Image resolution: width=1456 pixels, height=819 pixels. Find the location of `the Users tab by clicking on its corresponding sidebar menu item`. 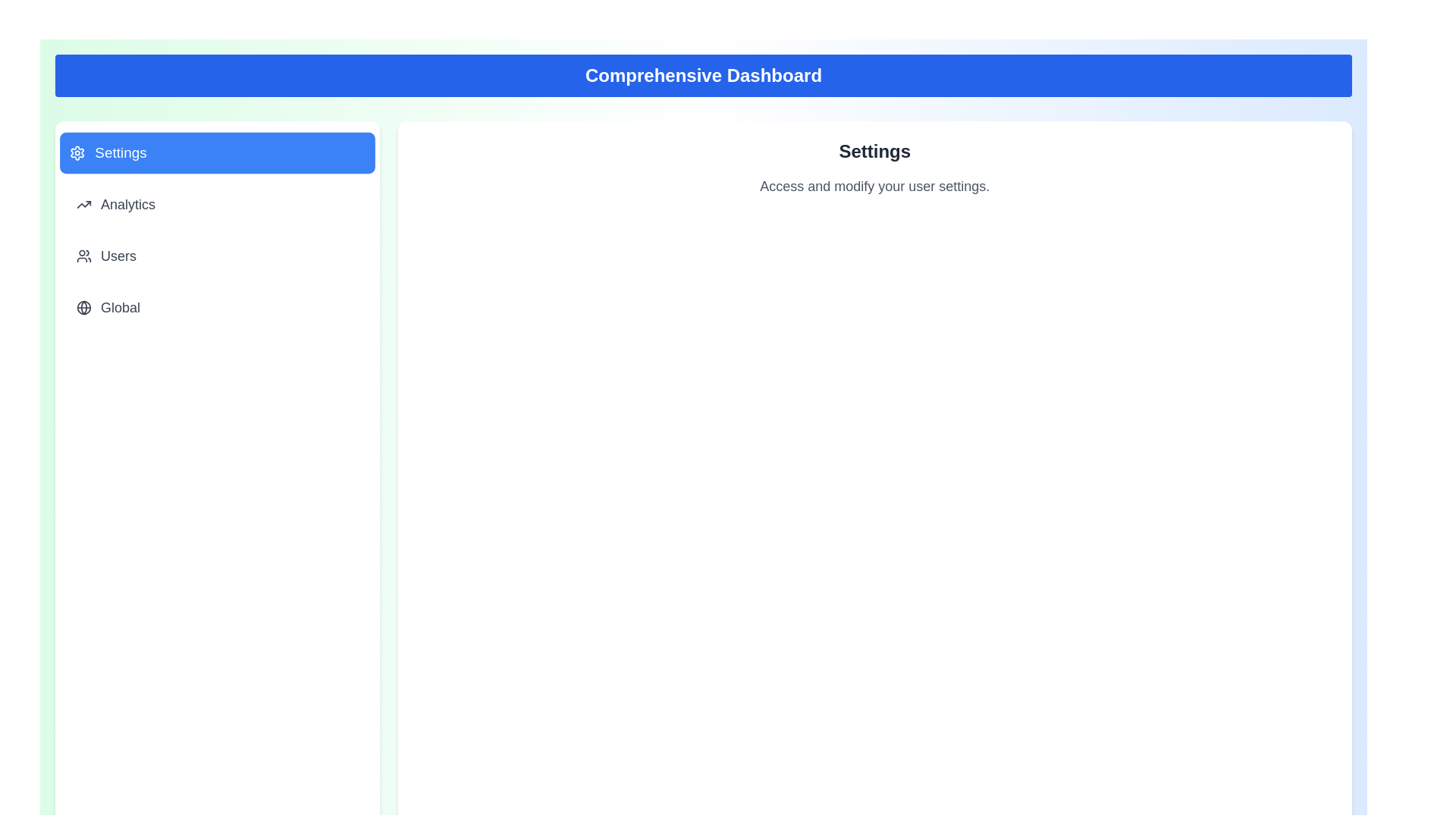

the Users tab by clicking on its corresponding sidebar menu item is located at coordinates (216, 256).